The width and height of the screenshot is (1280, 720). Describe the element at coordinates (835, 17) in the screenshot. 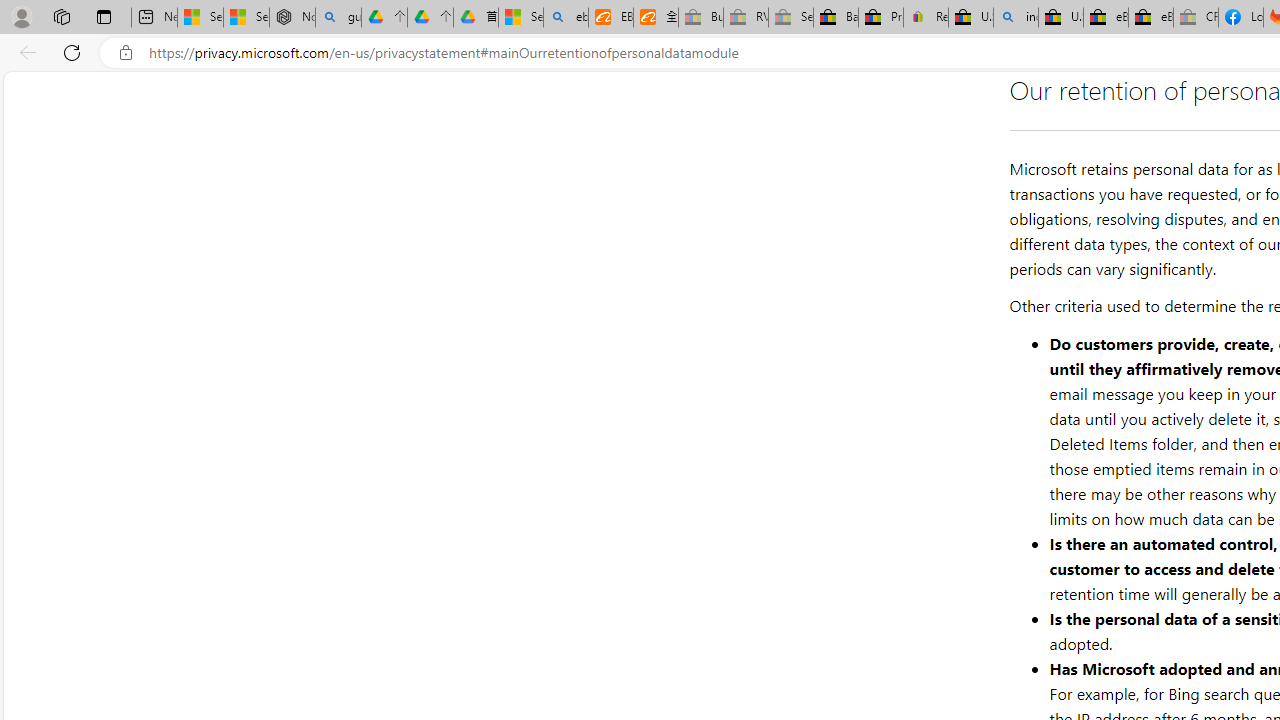

I see `'Baby Keepsakes & Announcements for sale | eBay'` at that location.